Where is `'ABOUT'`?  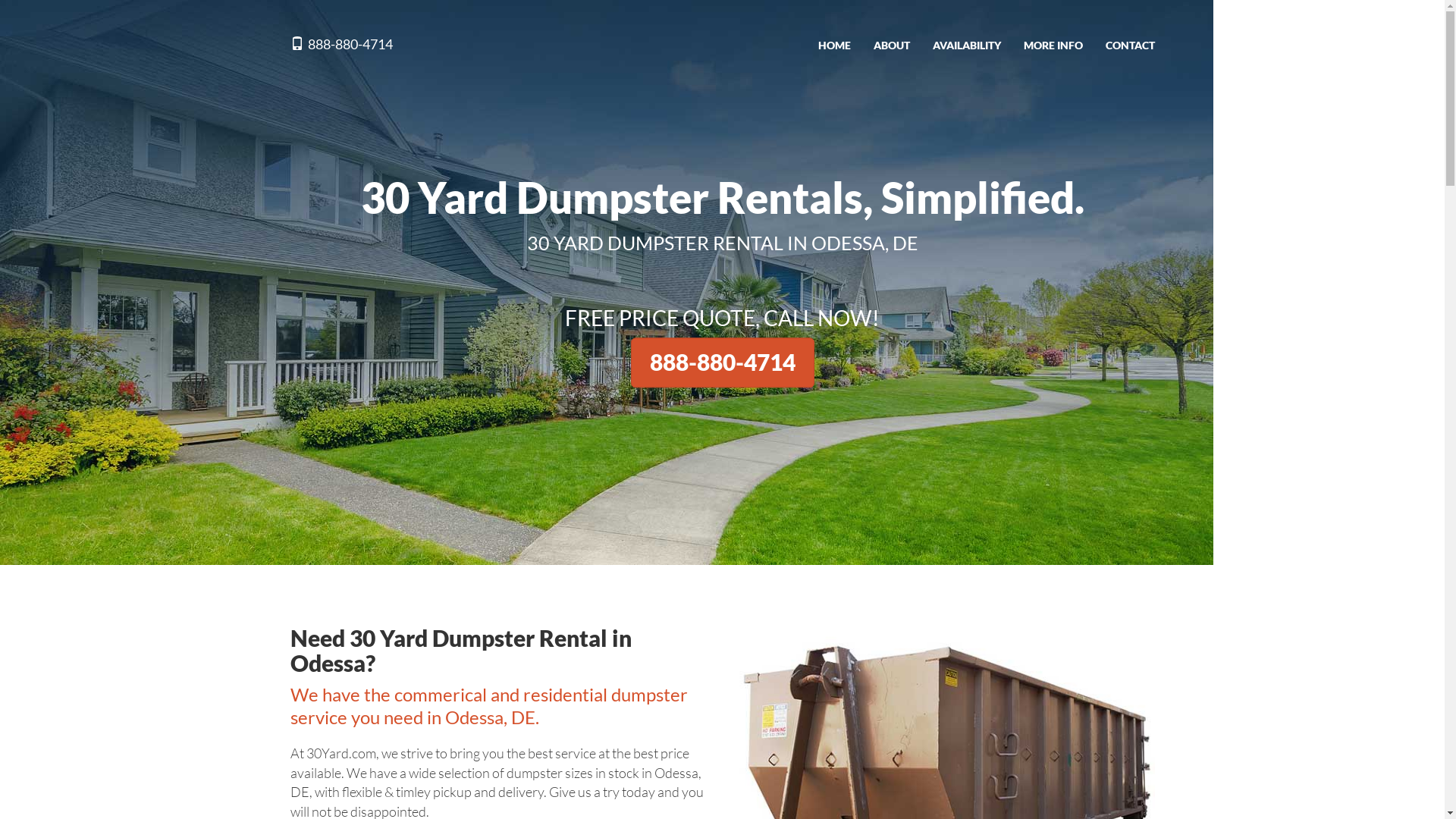
'ABOUT' is located at coordinates (891, 45).